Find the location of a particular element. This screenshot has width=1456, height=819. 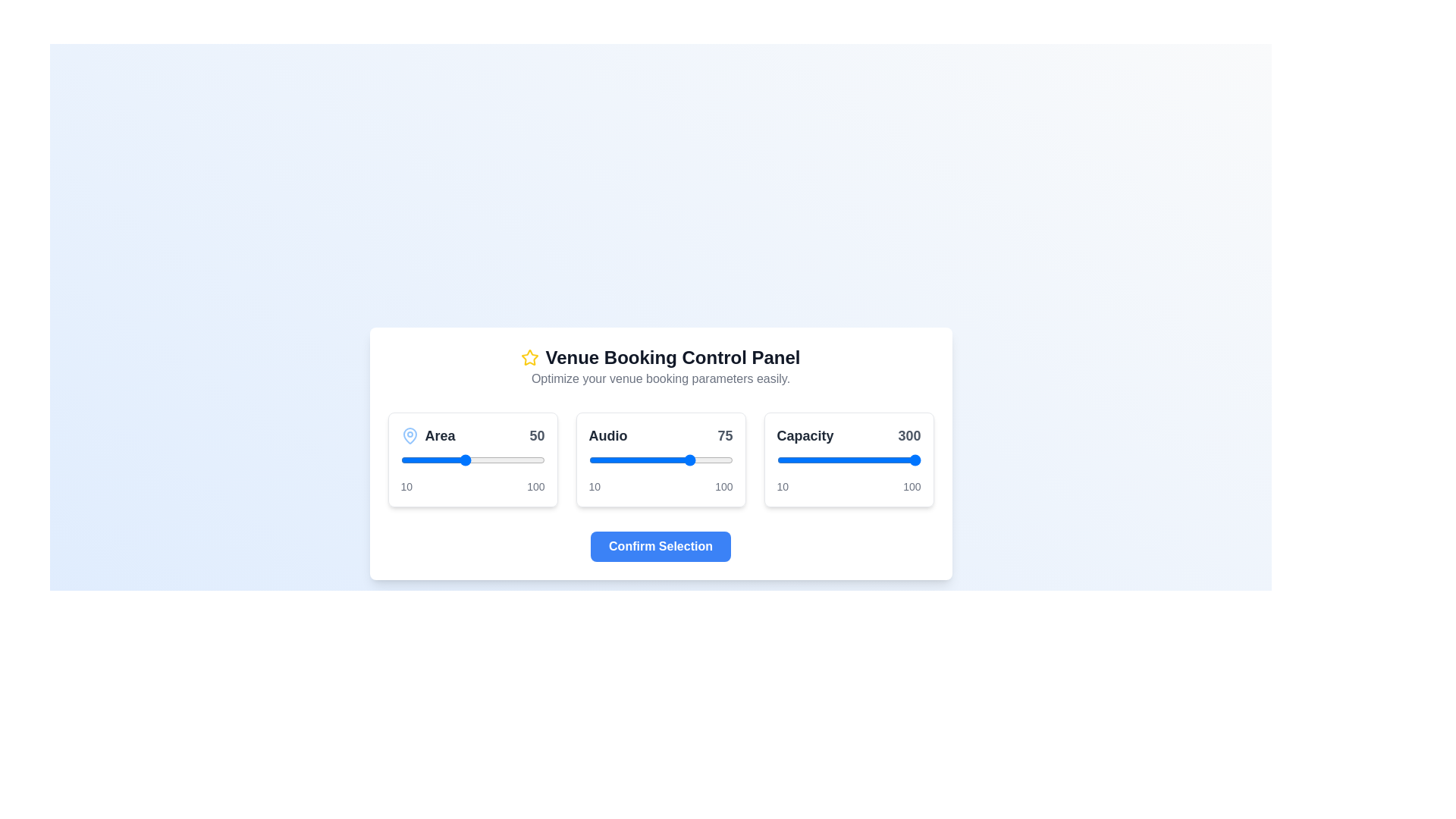

the rectangular 'Confirm Selection' button with a blue background and white text is located at coordinates (661, 546).